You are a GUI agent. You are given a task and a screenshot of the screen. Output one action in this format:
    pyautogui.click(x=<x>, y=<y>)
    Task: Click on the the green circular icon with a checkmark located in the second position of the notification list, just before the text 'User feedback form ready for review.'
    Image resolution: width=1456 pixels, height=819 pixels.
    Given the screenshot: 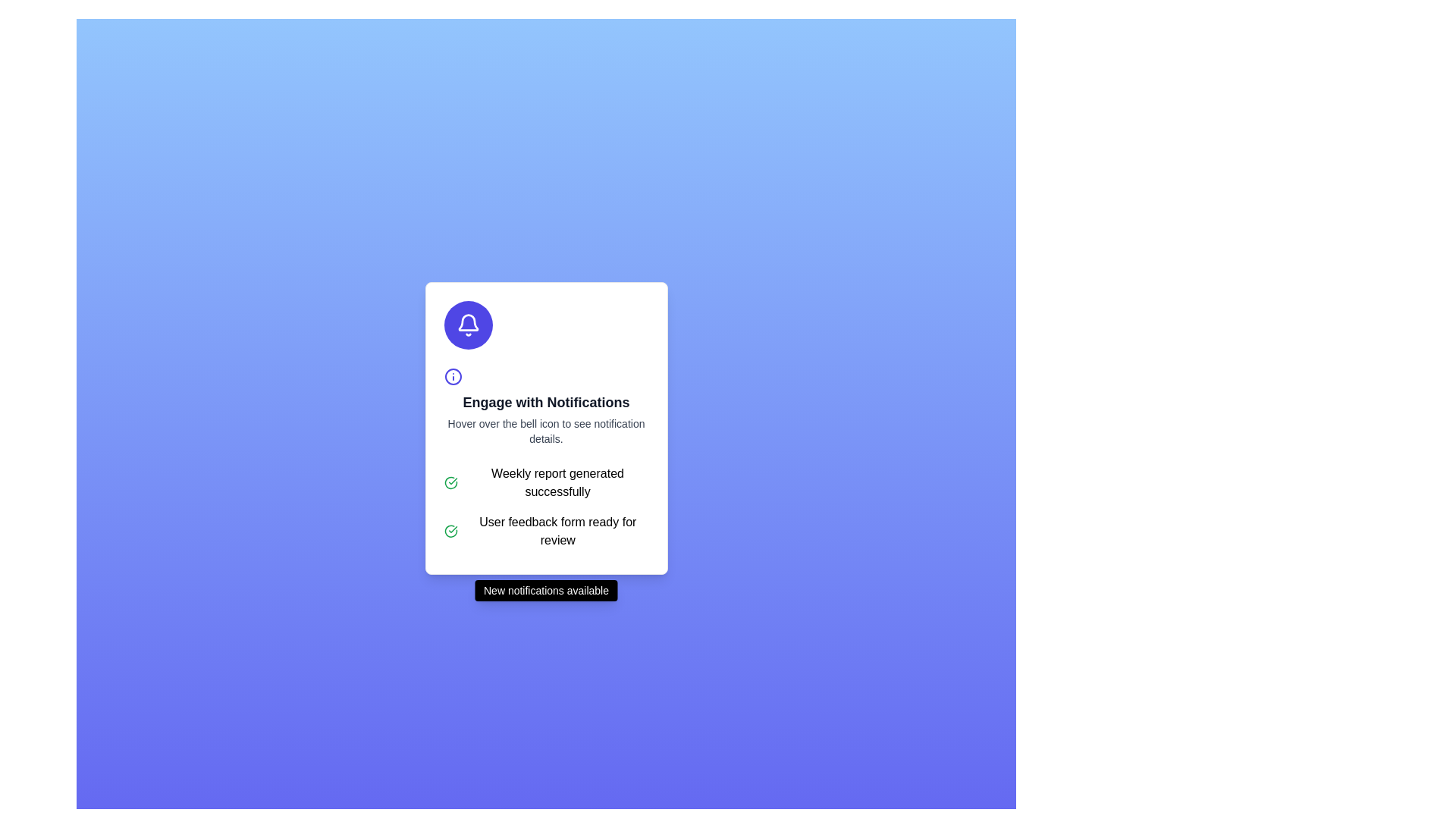 What is the action you would take?
    pyautogui.click(x=450, y=531)
    